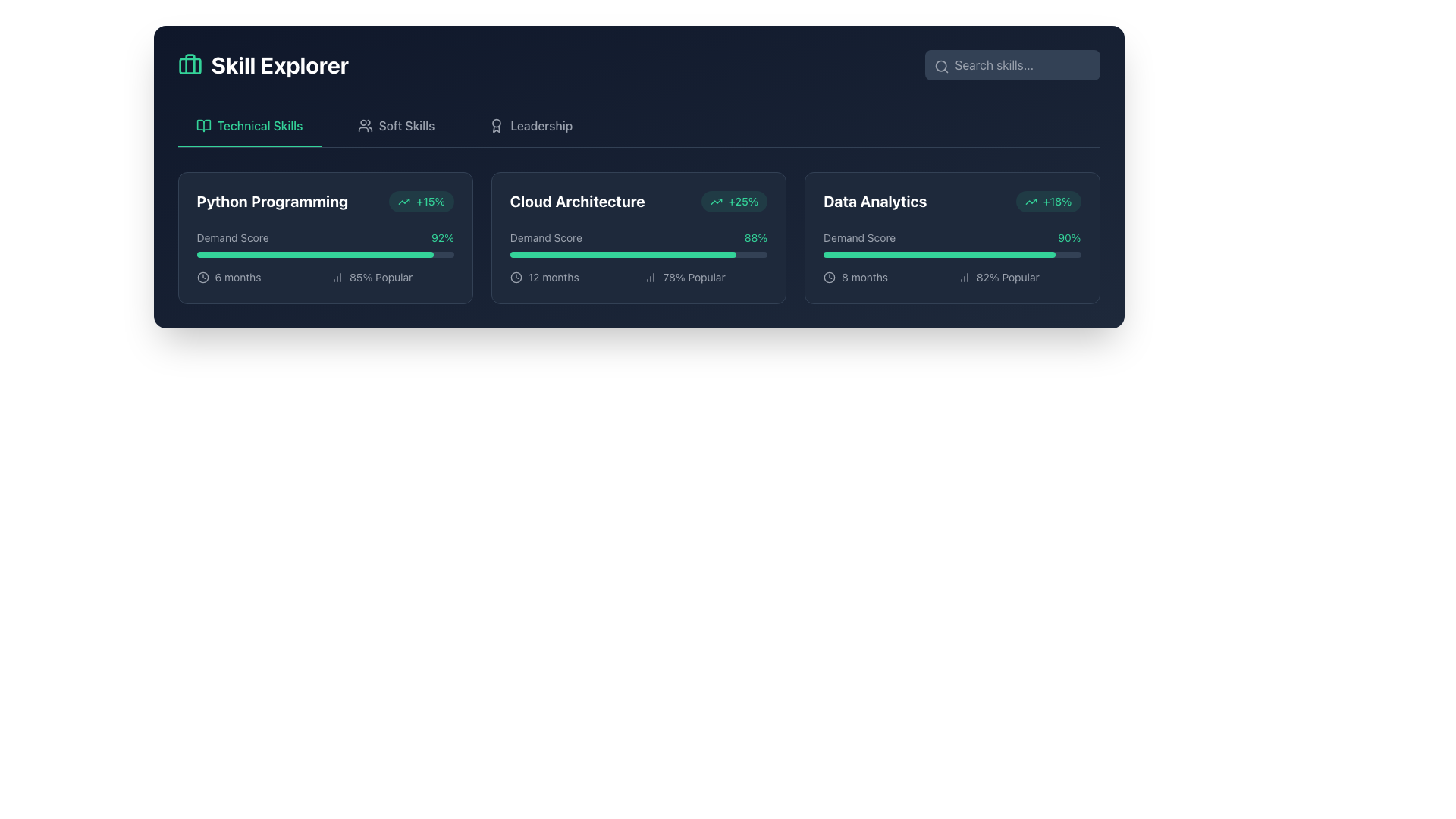 This screenshot has width=1456, height=819. What do you see at coordinates (404, 201) in the screenshot?
I see `the upward trending green arrow icon located to the left of the '+15%' text in the Python Programming section card` at bounding box center [404, 201].